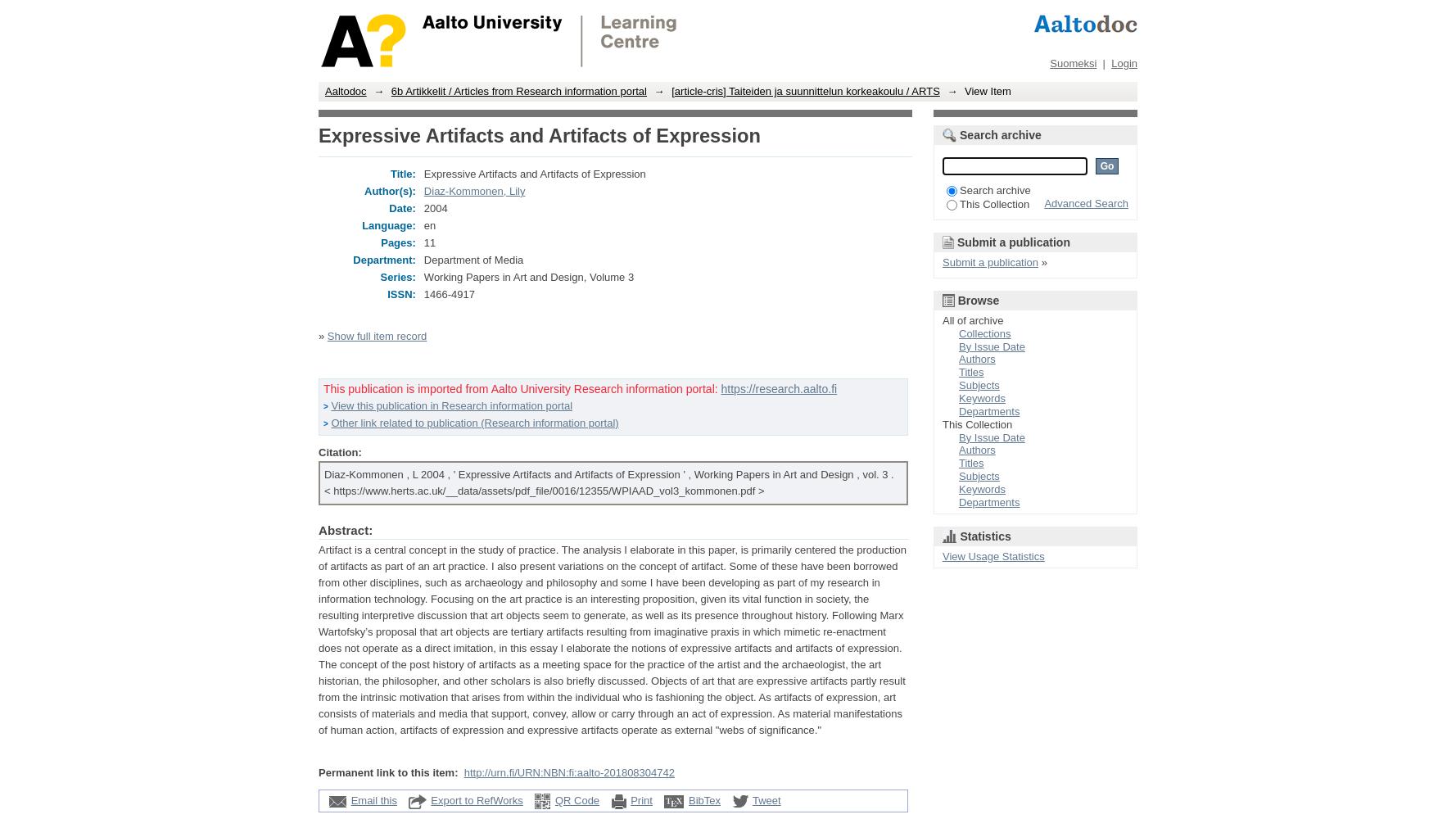  What do you see at coordinates (608, 481) in the screenshot?
I see `'Diaz-Kommonen , L 2004 , ' Expressive Artifacts and Artifacts of Expression ' , Working Papers in Art and Design , vol. 3 . < https://www.herts.ac.uk/__data/assets/pdf_file/0016/12355/WPIAAD_vol3_kommonen.pdf >'` at bounding box center [608, 481].